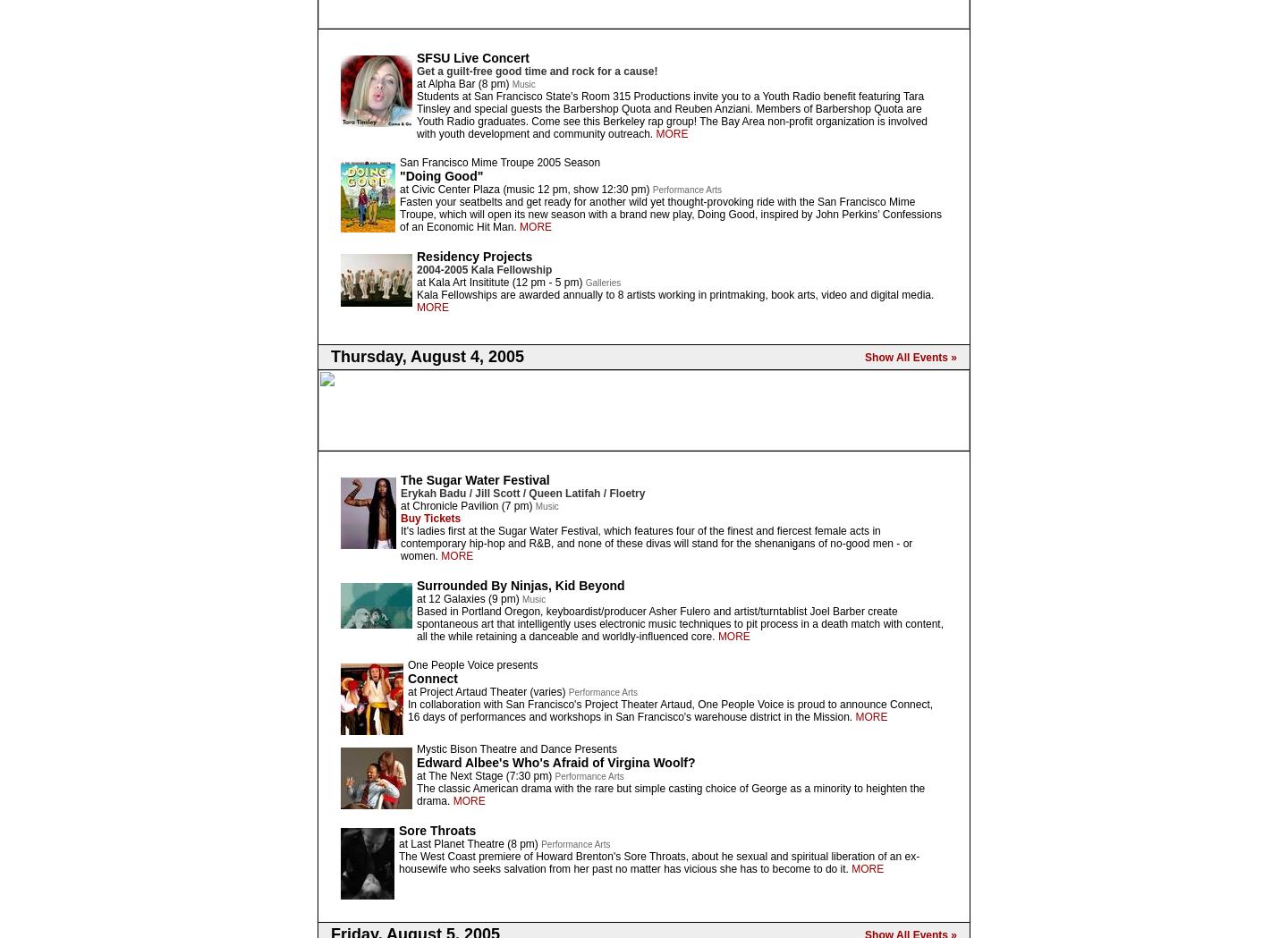  I want to click on 'at Alpha Bar (8 pm)', so click(462, 82).